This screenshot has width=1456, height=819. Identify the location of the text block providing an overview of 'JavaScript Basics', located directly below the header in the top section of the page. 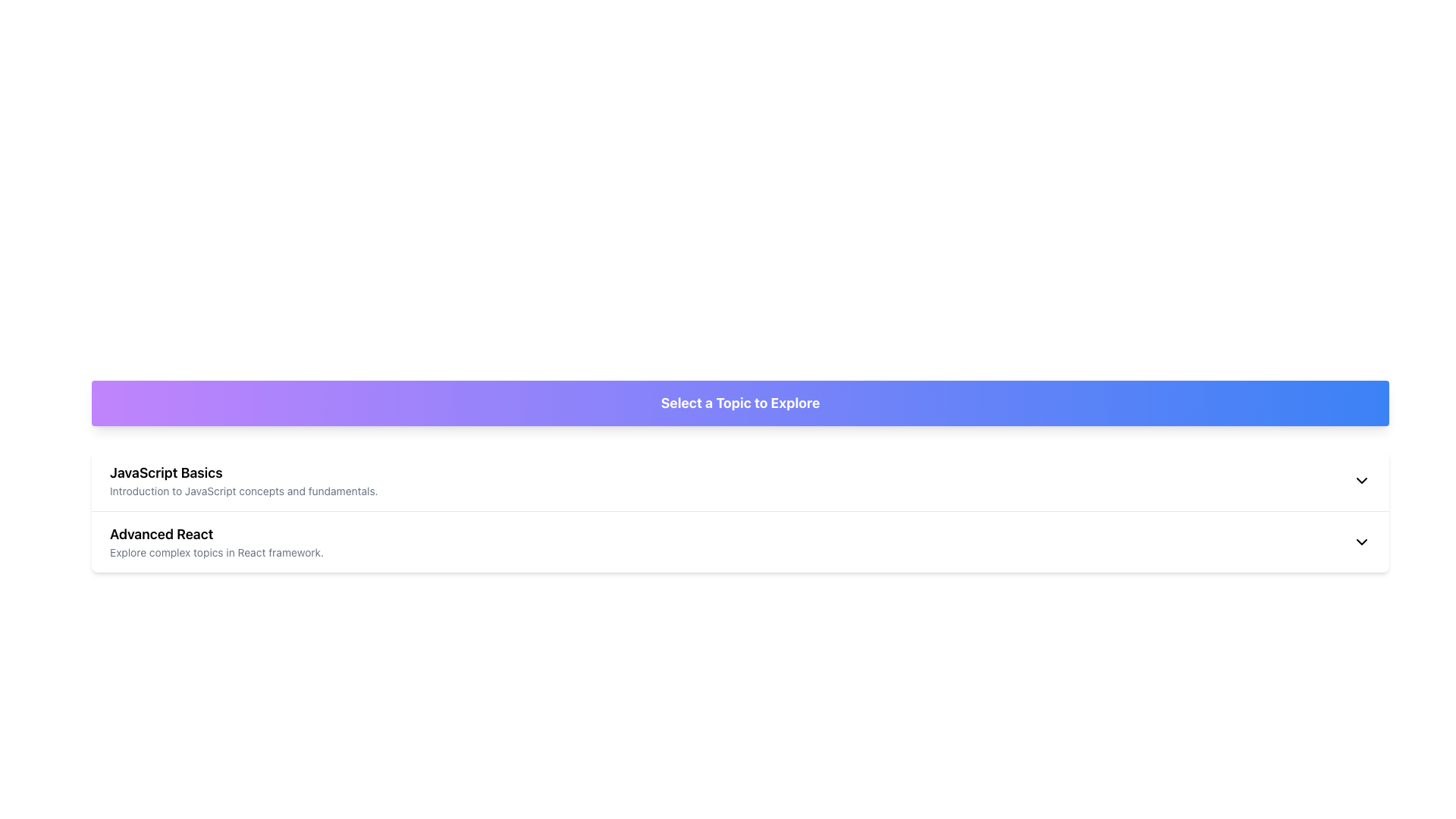
(243, 491).